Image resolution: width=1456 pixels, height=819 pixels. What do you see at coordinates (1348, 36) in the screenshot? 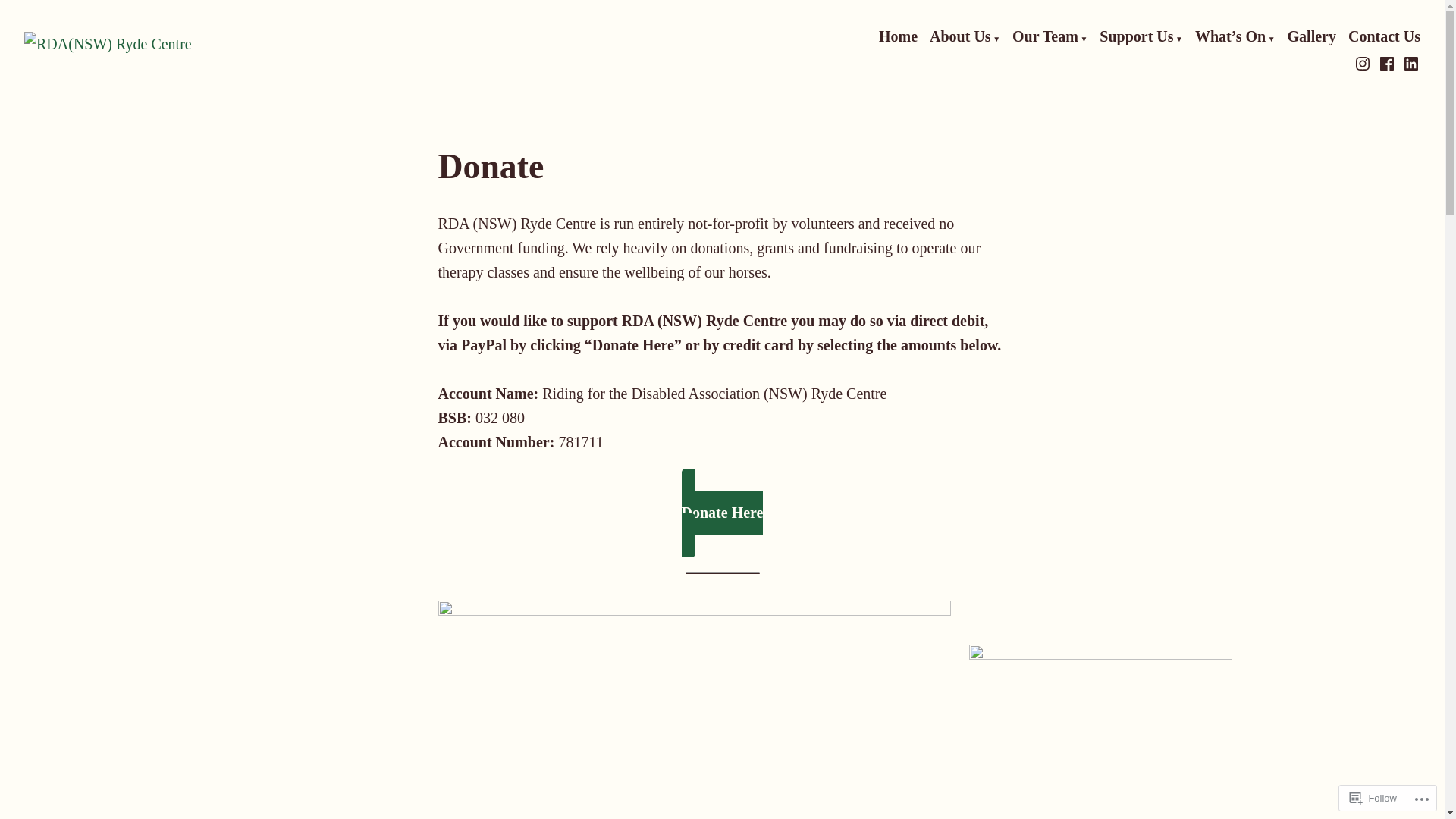
I see `'Contact Us'` at bounding box center [1348, 36].